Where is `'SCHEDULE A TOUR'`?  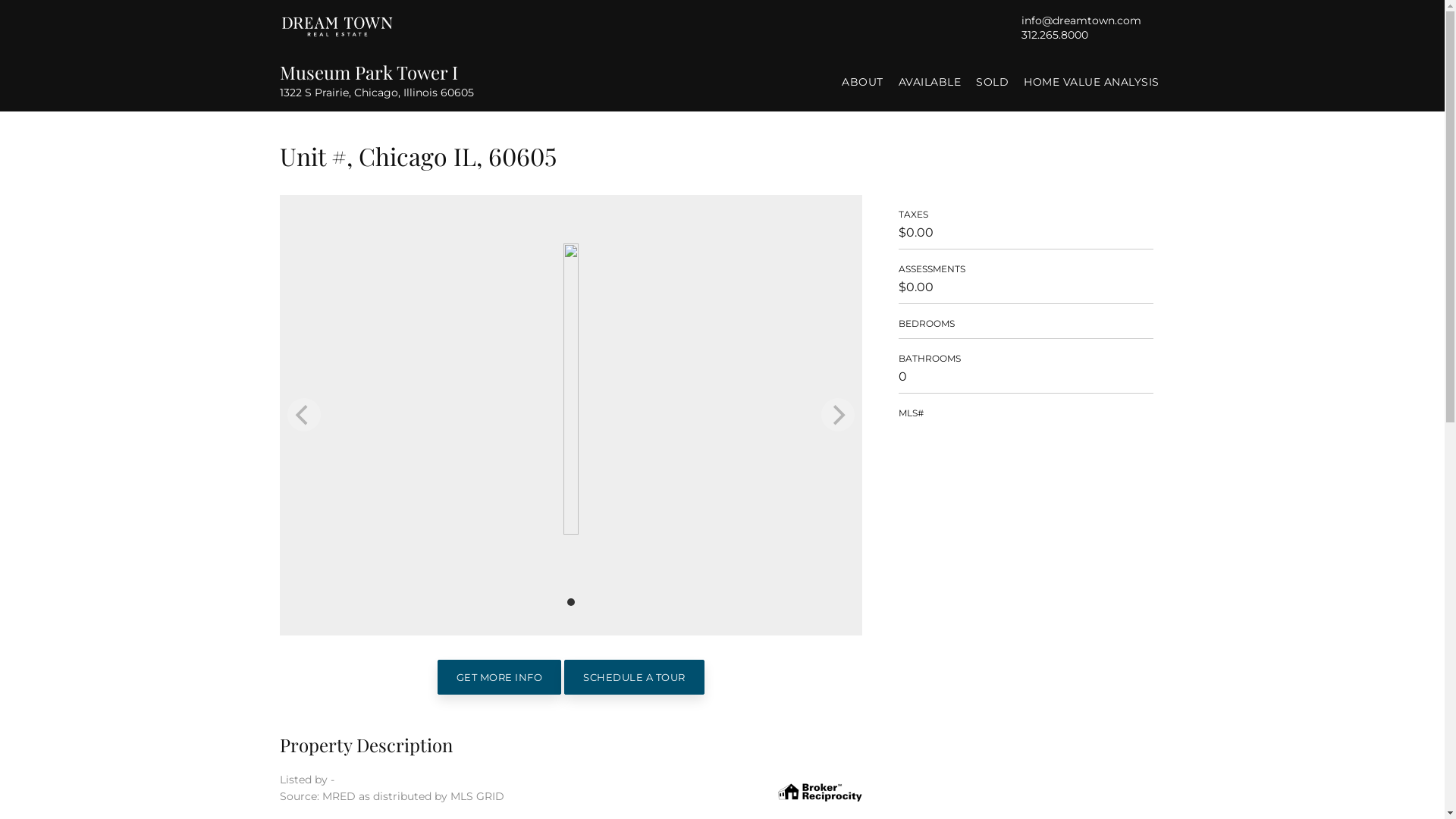
'SCHEDULE A TOUR' is located at coordinates (634, 676).